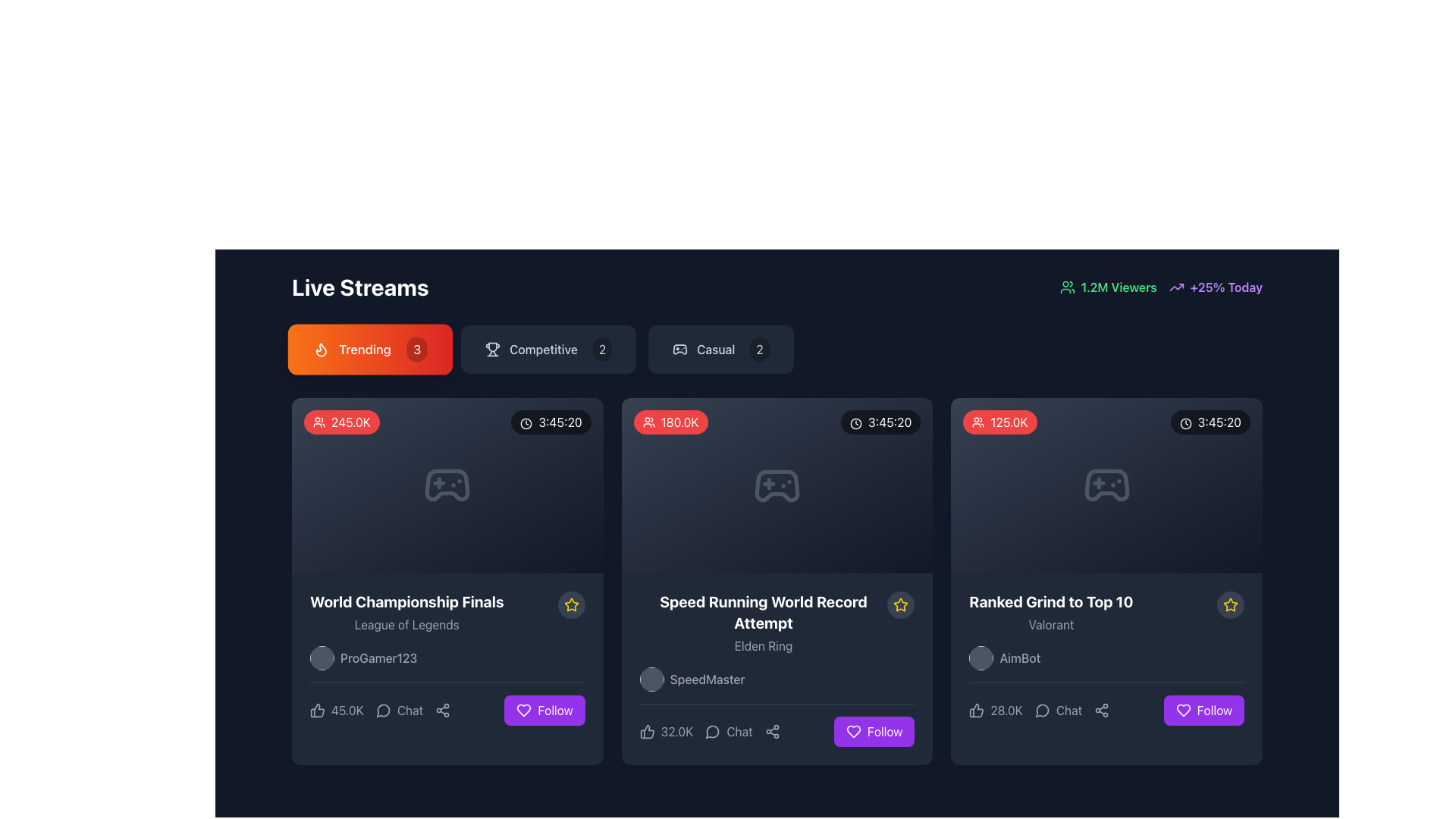 The image size is (1456, 819). I want to click on the text display showing '32.0K', which is located in the lower section of the card for 'Speed Running World Record Attempt', positioned between the thumbs-up icon and the chat icon, so click(676, 730).